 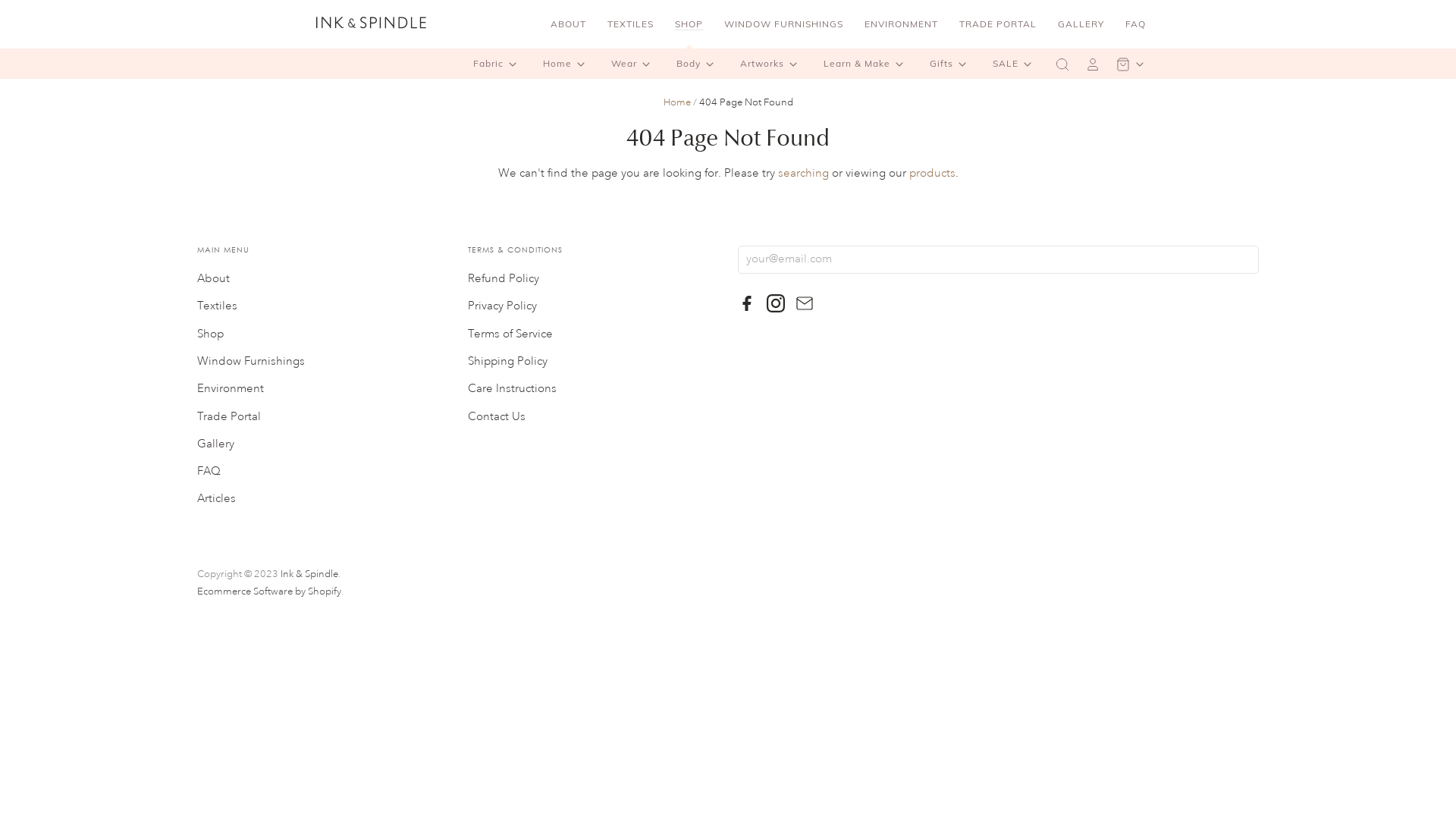 What do you see at coordinates (209, 333) in the screenshot?
I see `'Shop'` at bounding box center [209, 333].